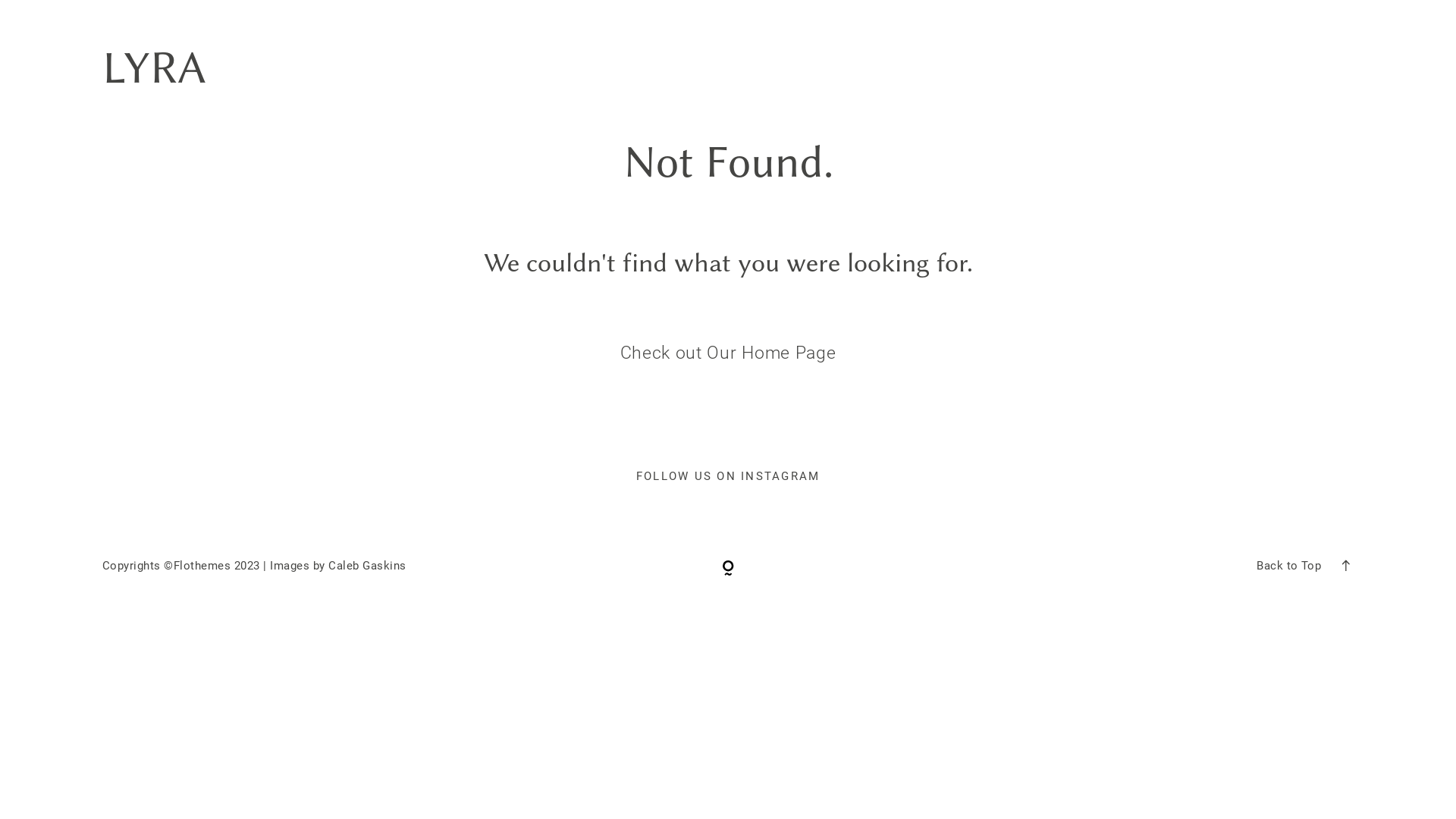  I want to click on 'Sorry, your browser does not support inline SVG.', so click(728, 565).